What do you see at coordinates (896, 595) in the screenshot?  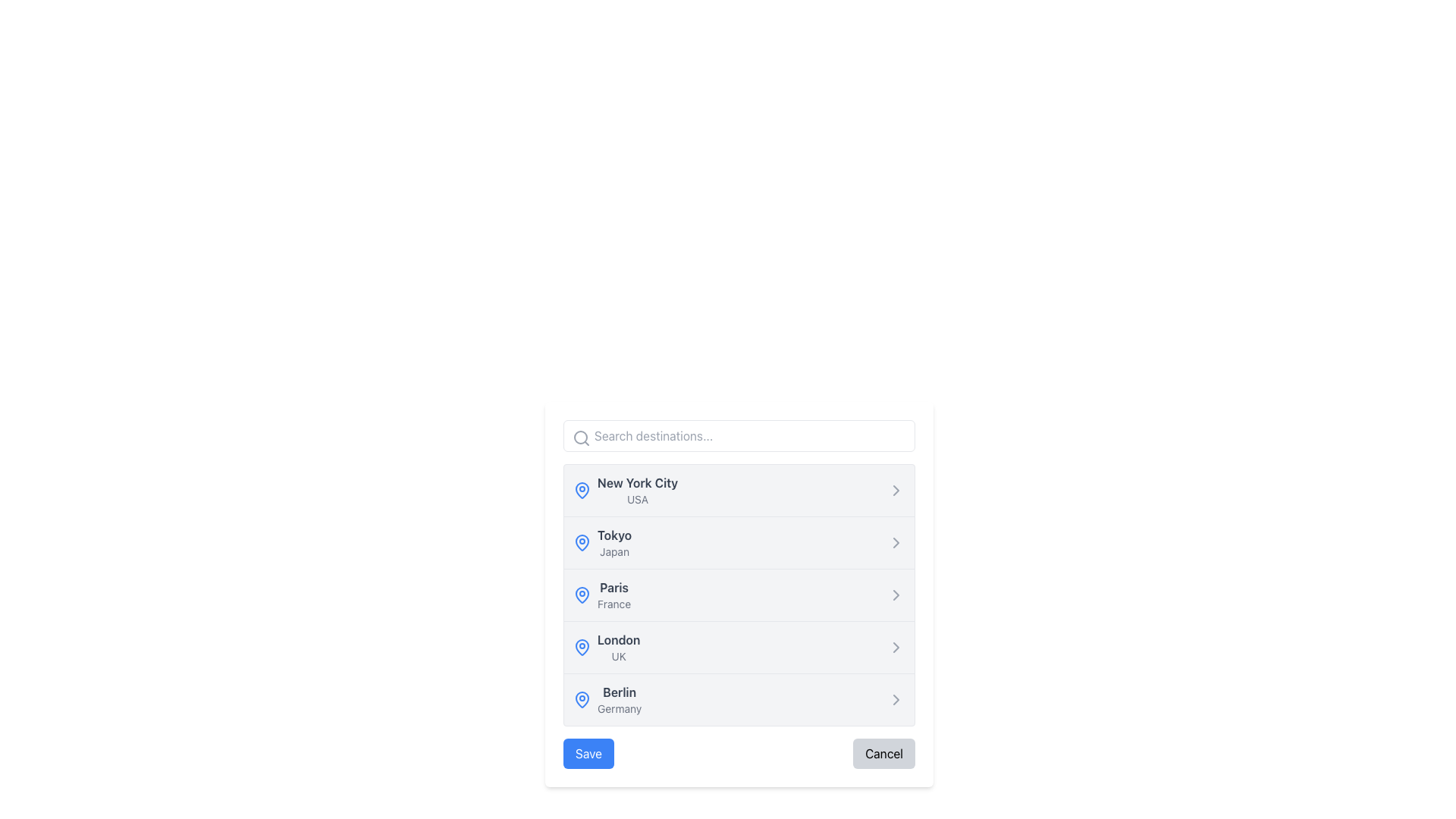 I see `the right-pointing chevron icon with a gray stroke color positioned at the far right of the row labeled 'Paris, France'` at bounding box center [896, 595].